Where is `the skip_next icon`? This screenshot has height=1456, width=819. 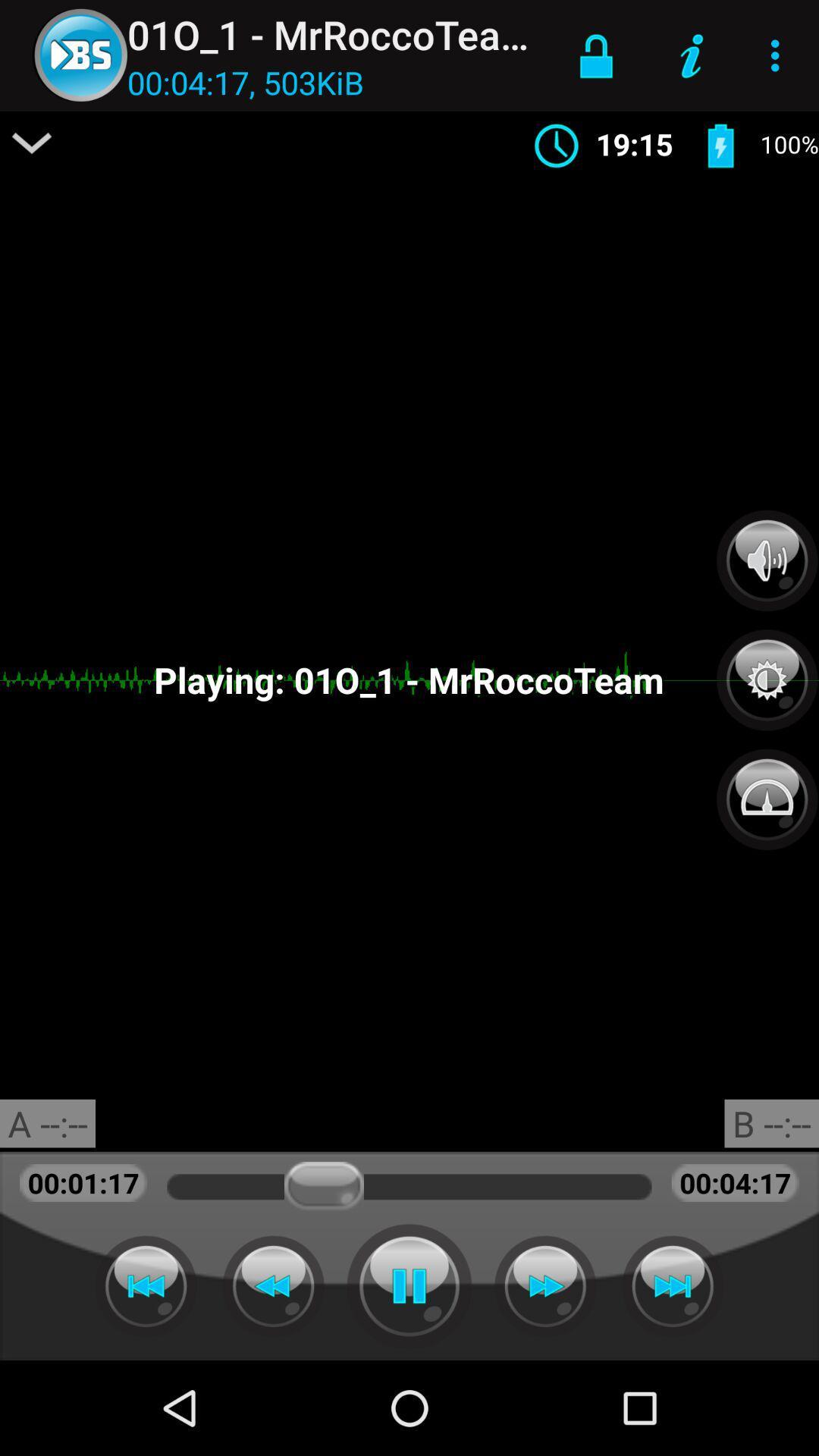 the skip_next icon is located at coordinates (672, 1285).